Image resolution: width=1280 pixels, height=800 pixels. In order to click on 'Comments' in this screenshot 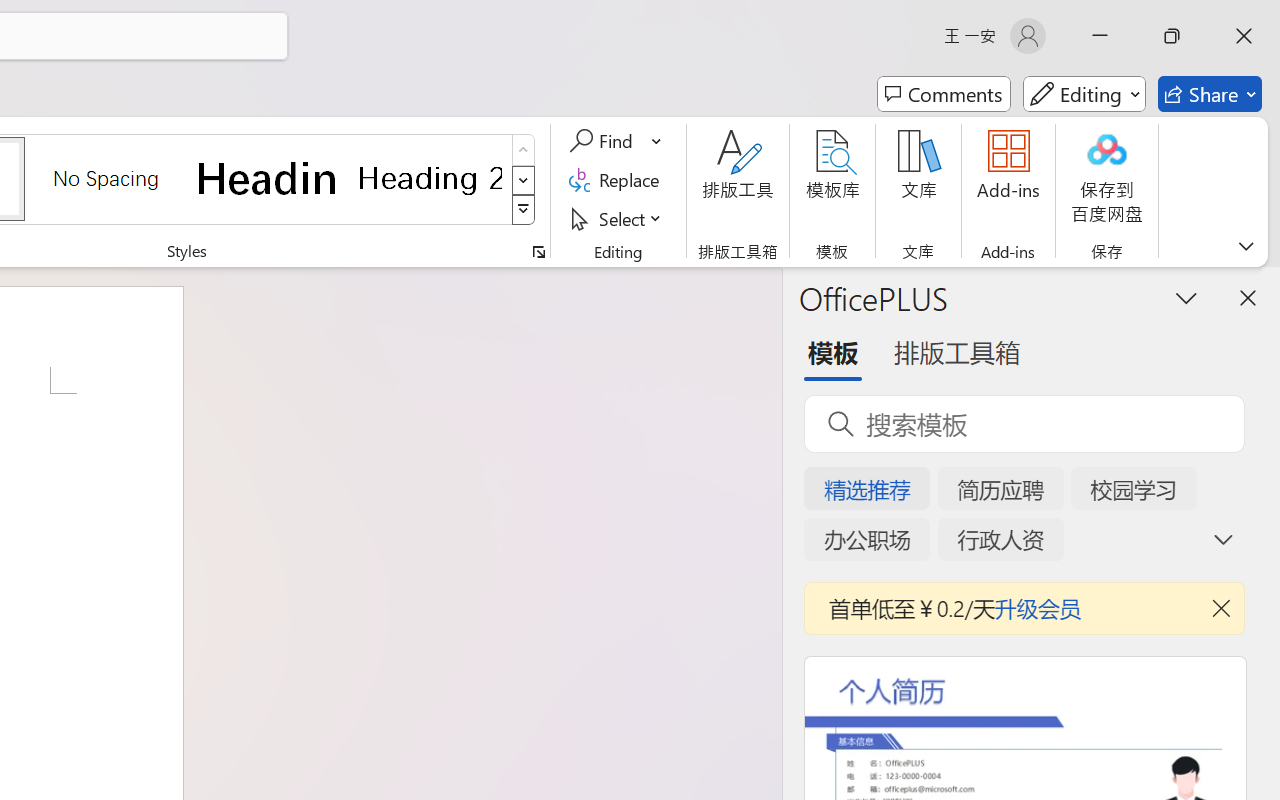, I will do `click(943, 94)`.